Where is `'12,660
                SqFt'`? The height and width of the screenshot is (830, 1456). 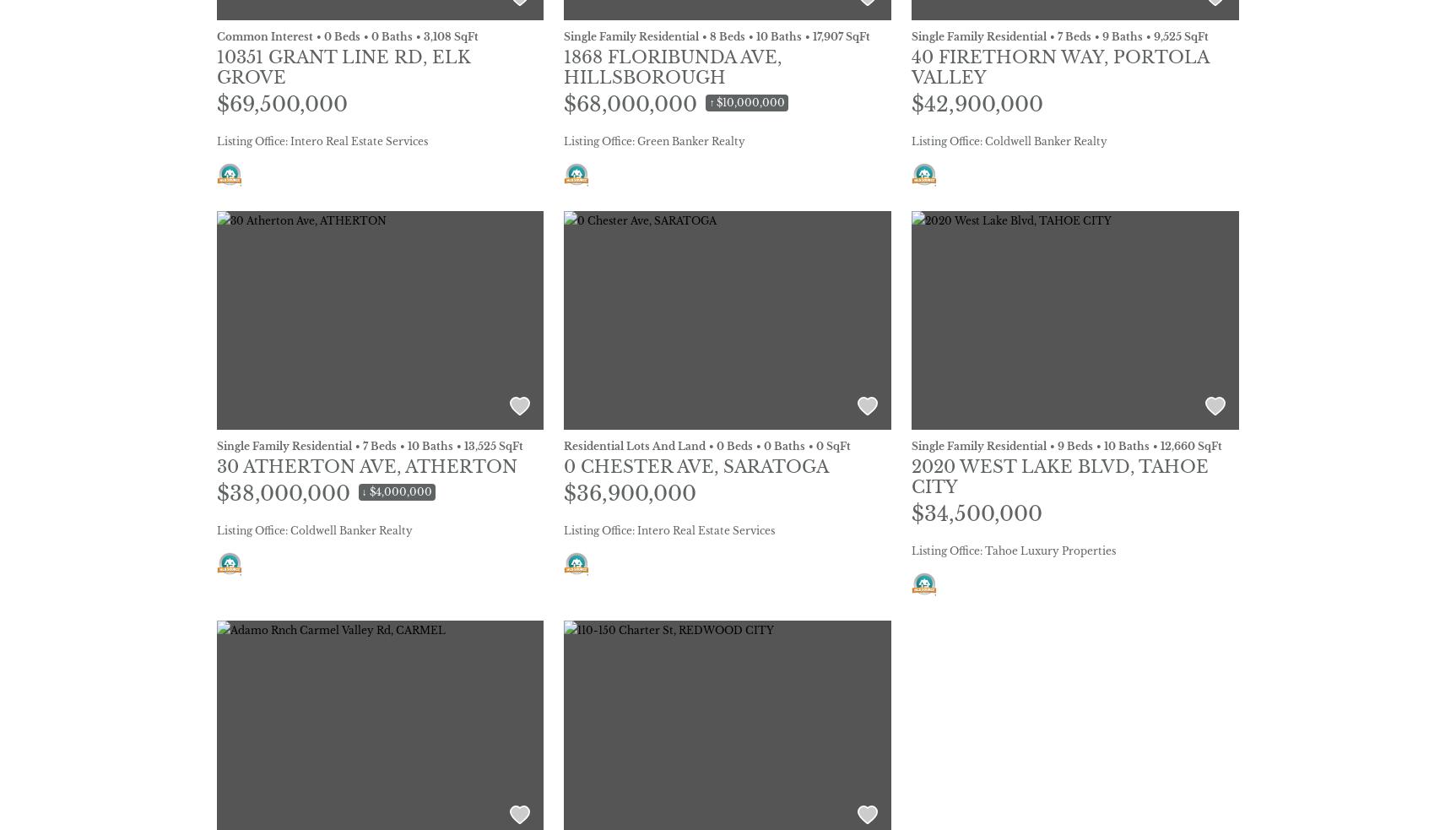 '12,660
                SqFt' is located at coordinates (1159, 445).